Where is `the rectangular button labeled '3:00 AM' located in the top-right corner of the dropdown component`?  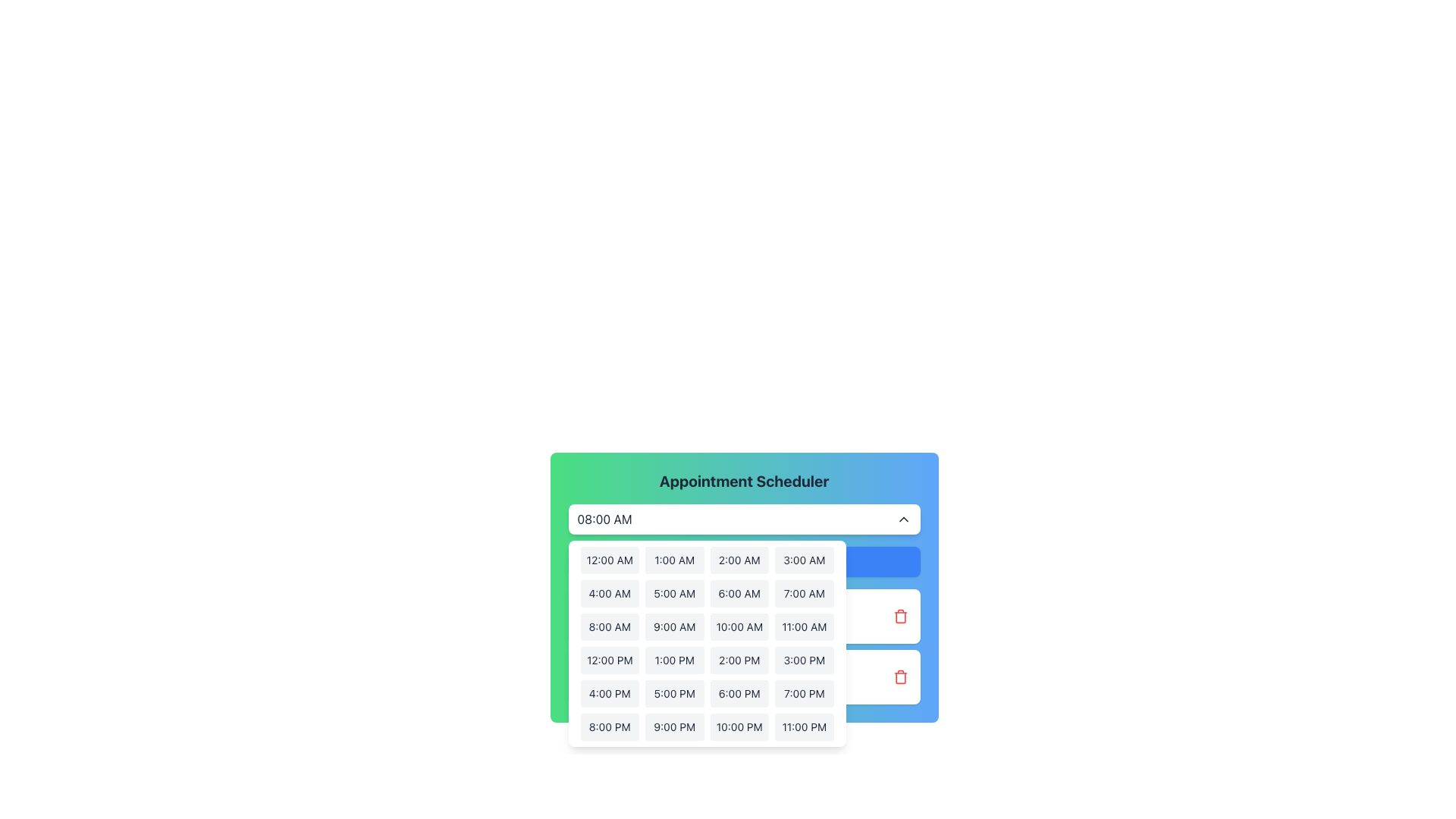
the rectangular button labeled '3:00 AM' located in the top-right corner of the dropdown component is located at coordinates (803, 560).